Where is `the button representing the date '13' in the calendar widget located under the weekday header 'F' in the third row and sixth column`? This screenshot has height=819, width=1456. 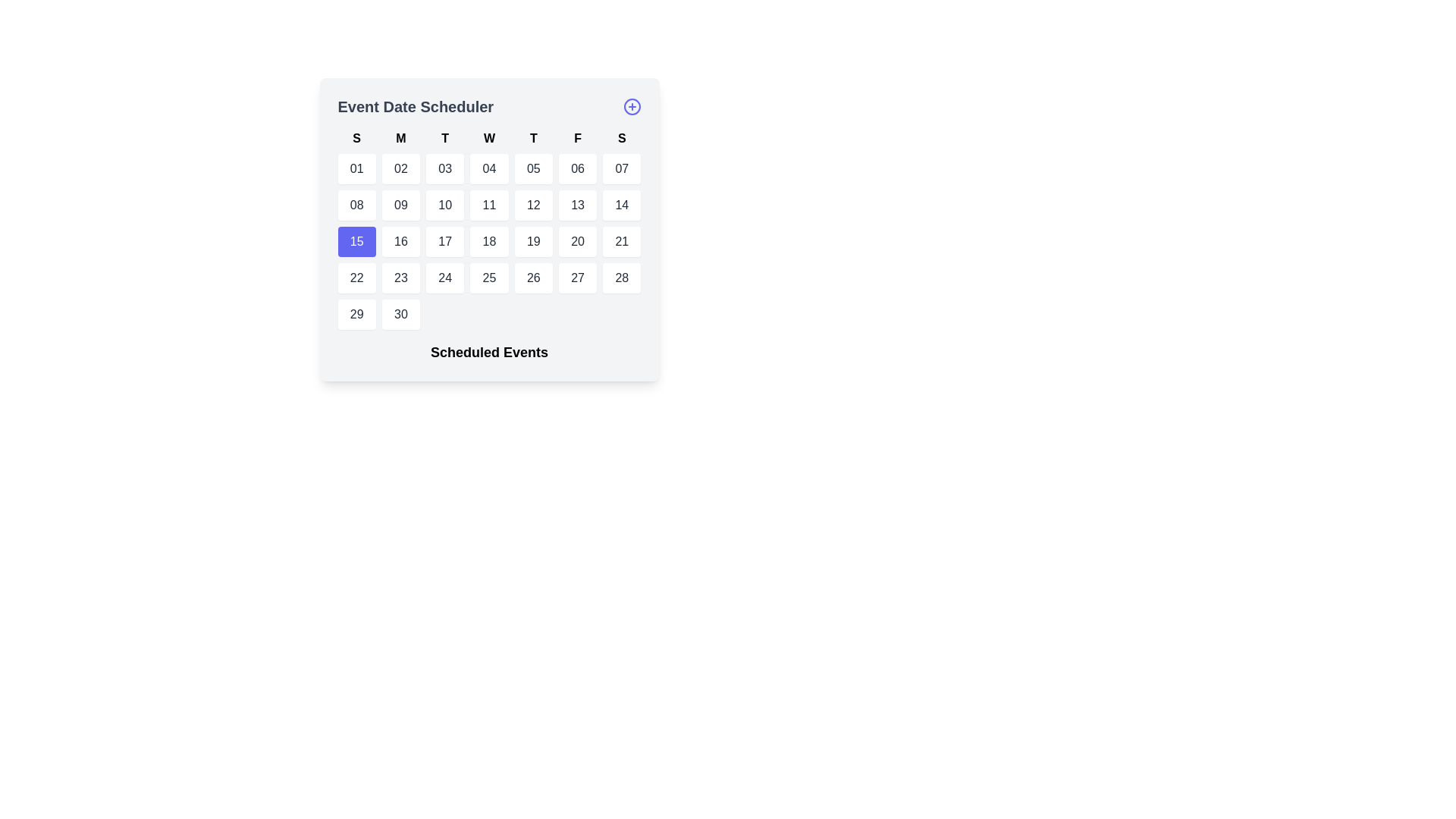 the button representing the date '13' in the calendar widget located under the weekday header 'F' in the third row and sixth column is located at coordinates (577, 205).